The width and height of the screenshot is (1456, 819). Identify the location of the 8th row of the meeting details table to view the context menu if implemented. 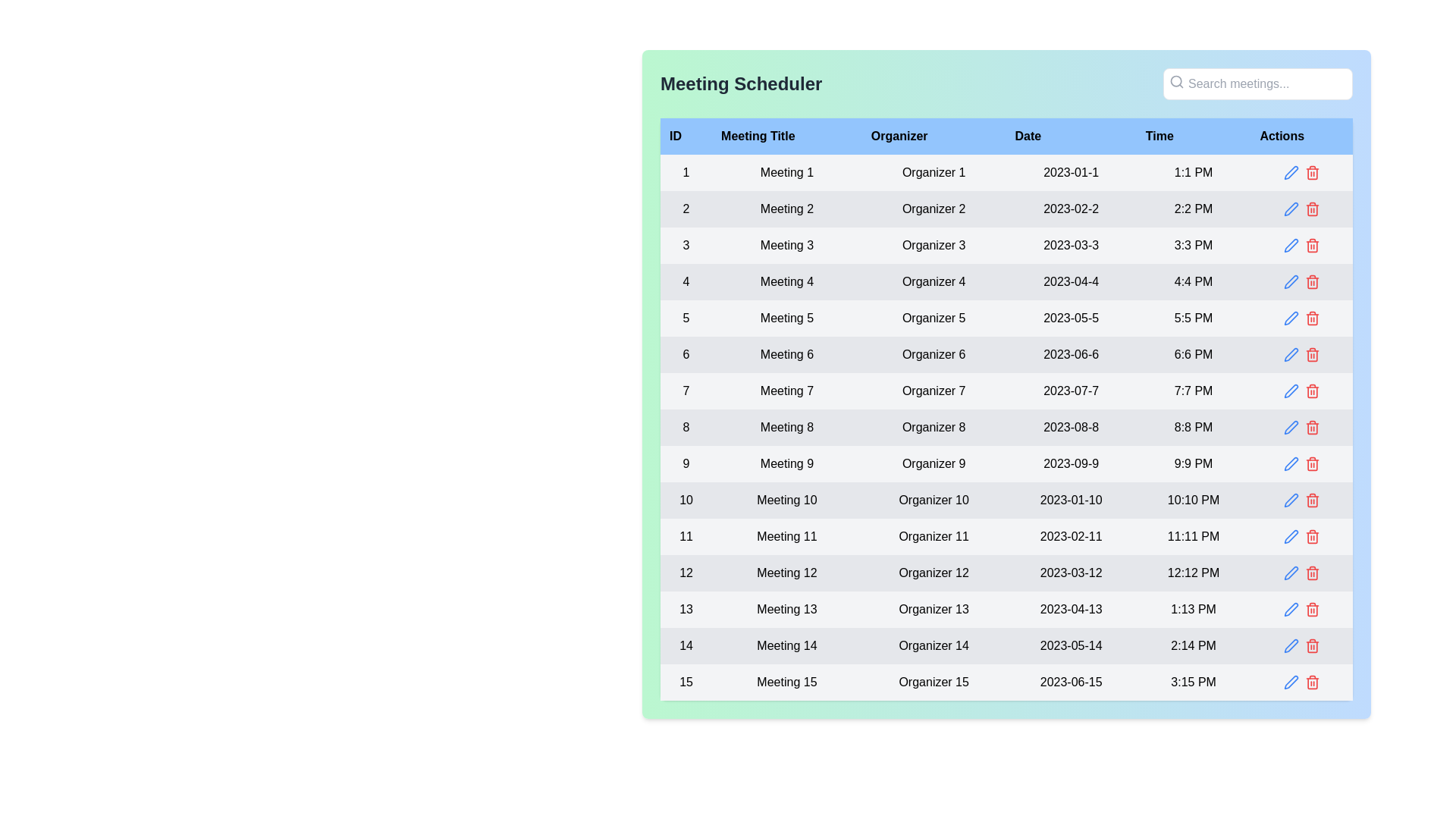
(1006, 427).